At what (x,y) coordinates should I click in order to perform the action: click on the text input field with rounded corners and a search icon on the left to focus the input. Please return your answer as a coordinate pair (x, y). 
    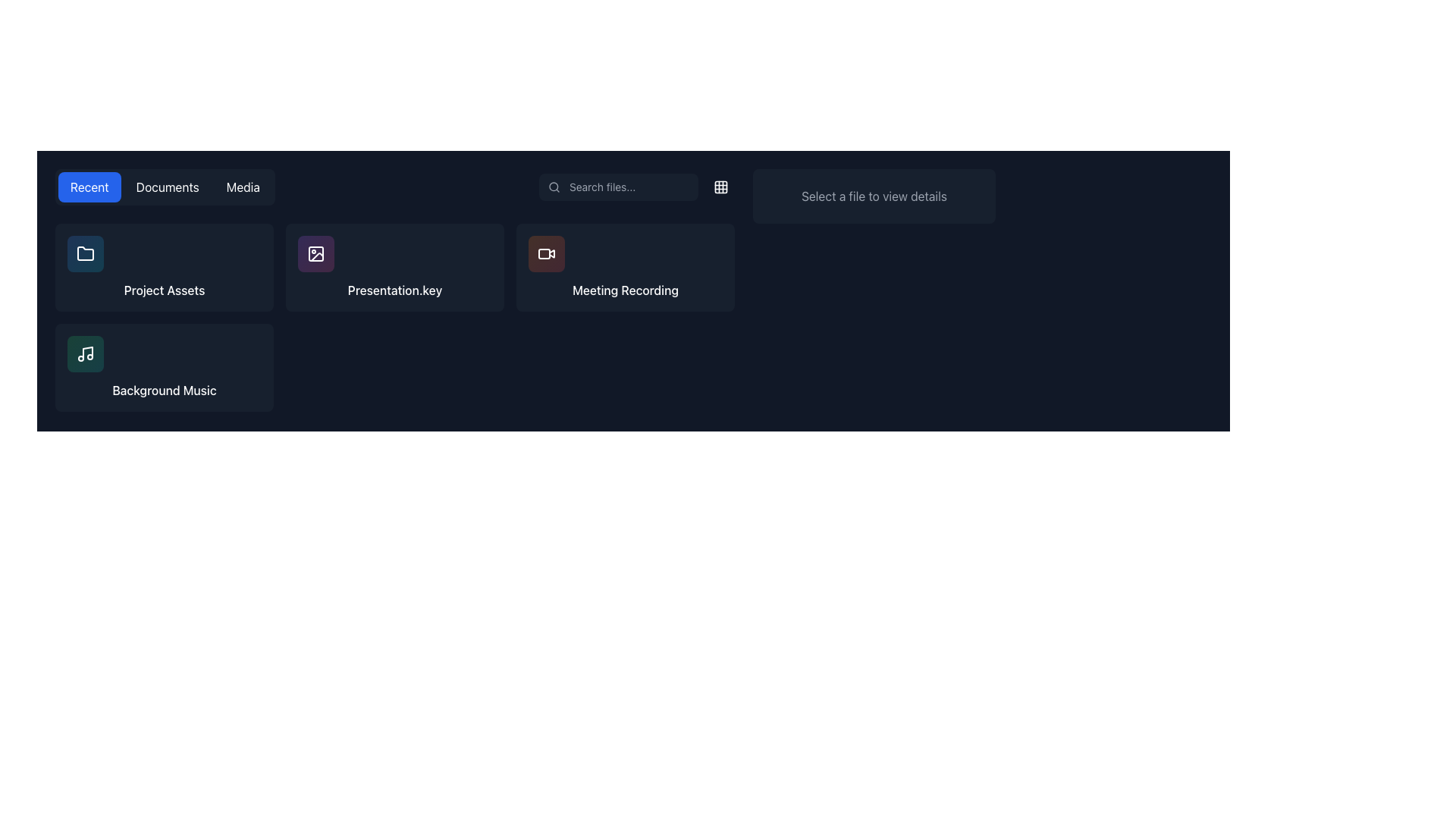
    Looking at the image, I should click on (619, 186).